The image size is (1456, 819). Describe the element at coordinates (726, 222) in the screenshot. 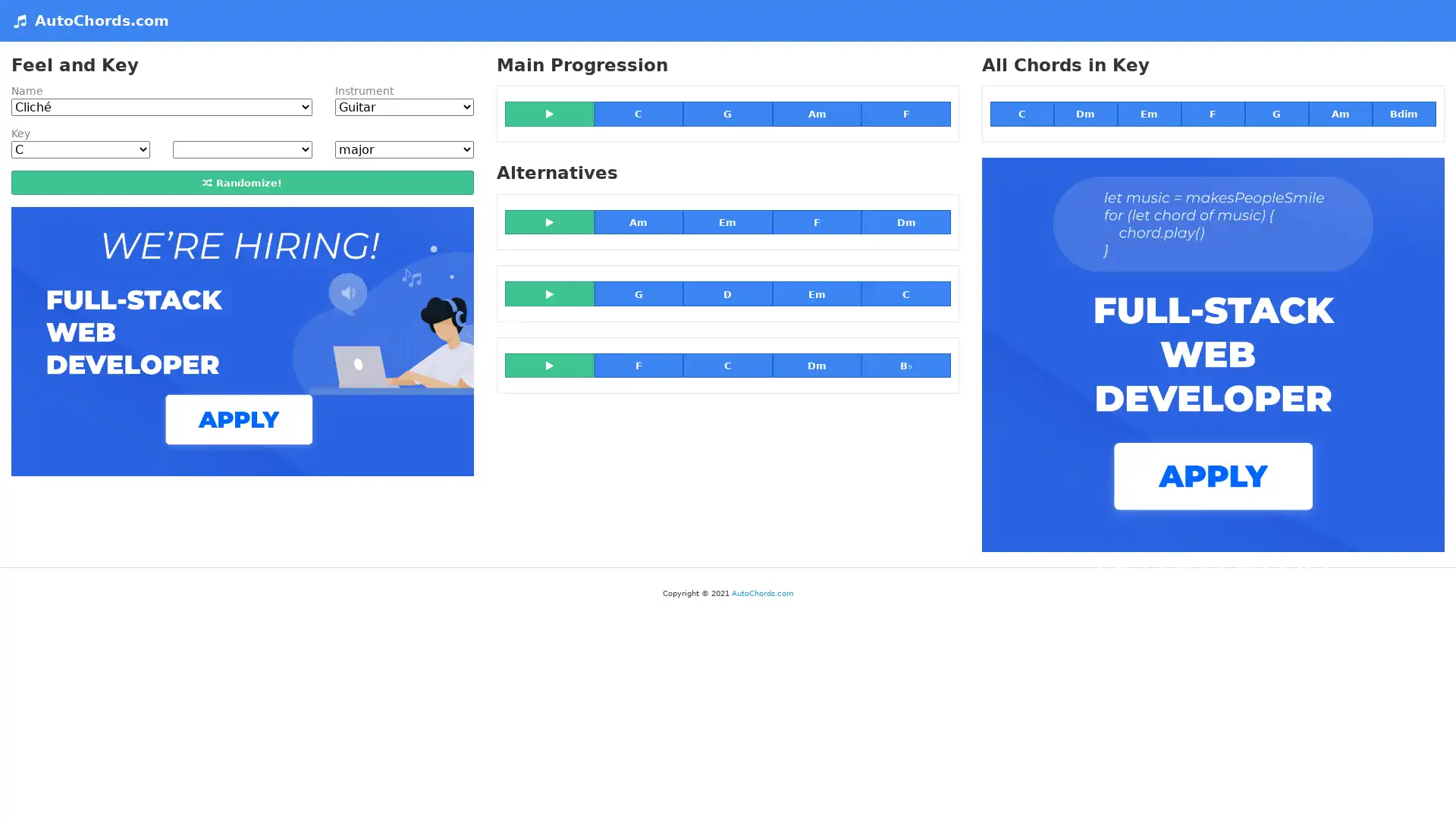

I see `Em` at that location.